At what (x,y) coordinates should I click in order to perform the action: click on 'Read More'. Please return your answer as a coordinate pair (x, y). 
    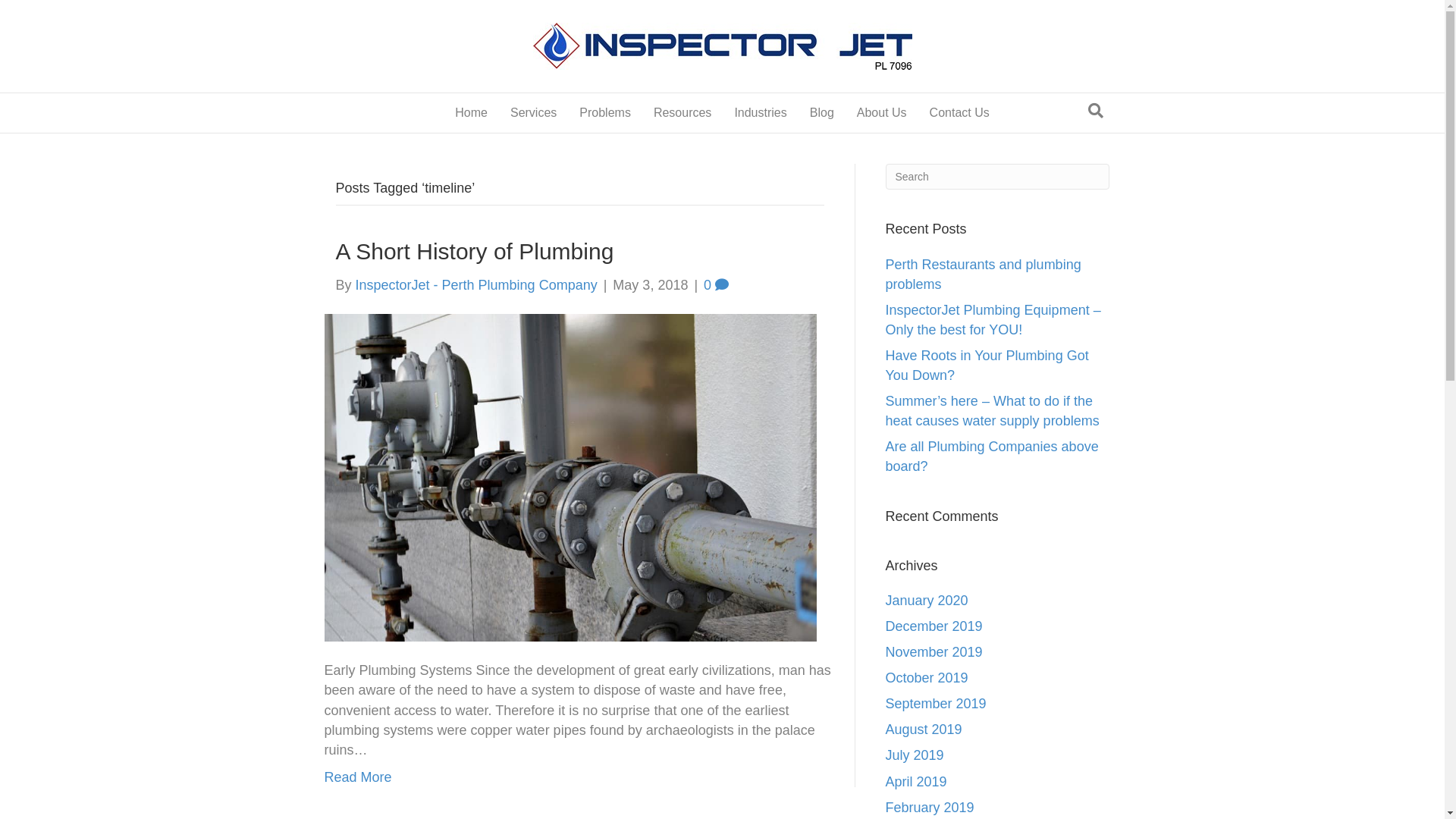
    Looking at the image, I should click on (357, 777).